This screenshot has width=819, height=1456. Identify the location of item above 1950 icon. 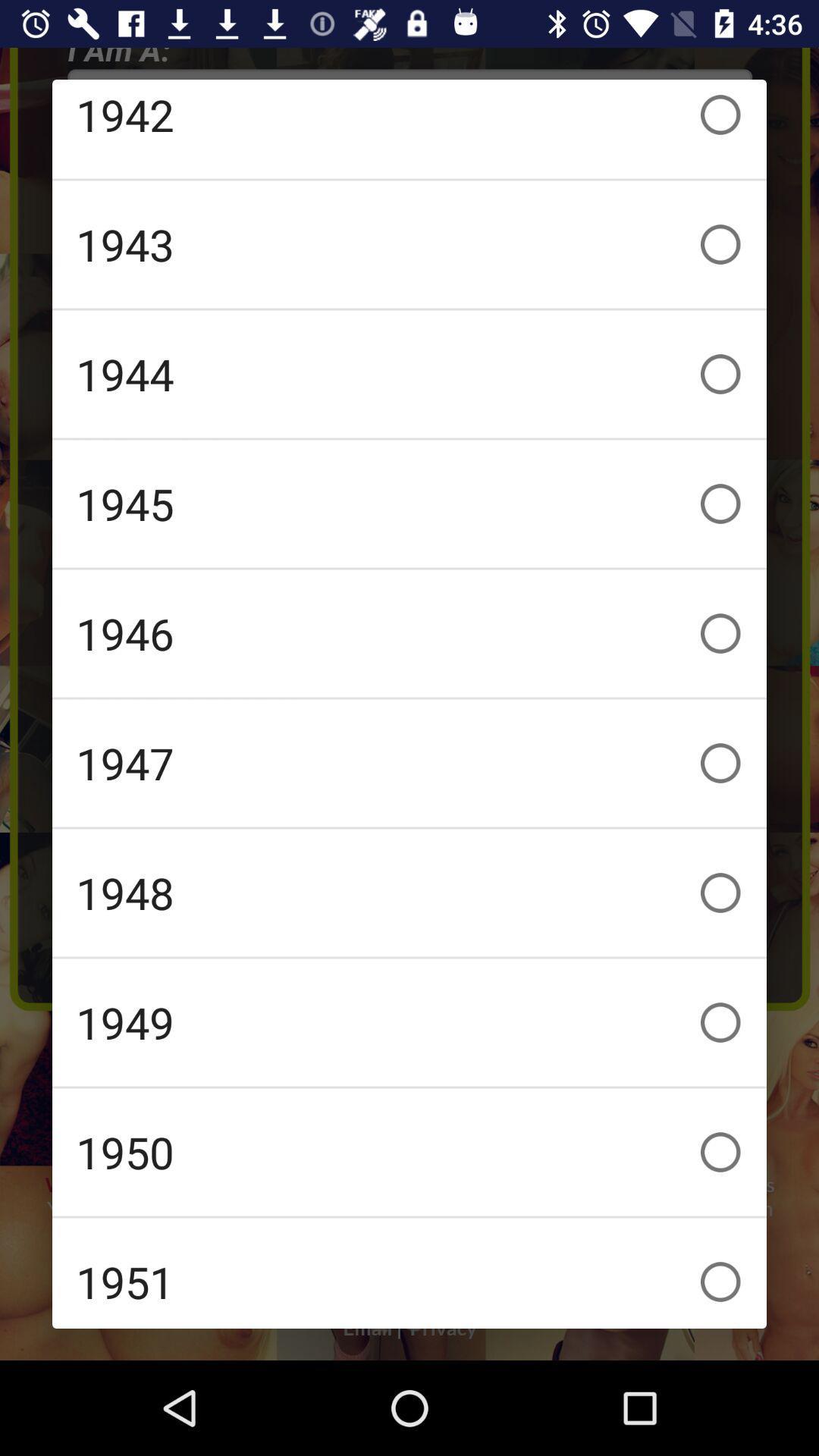
(409, 1022).